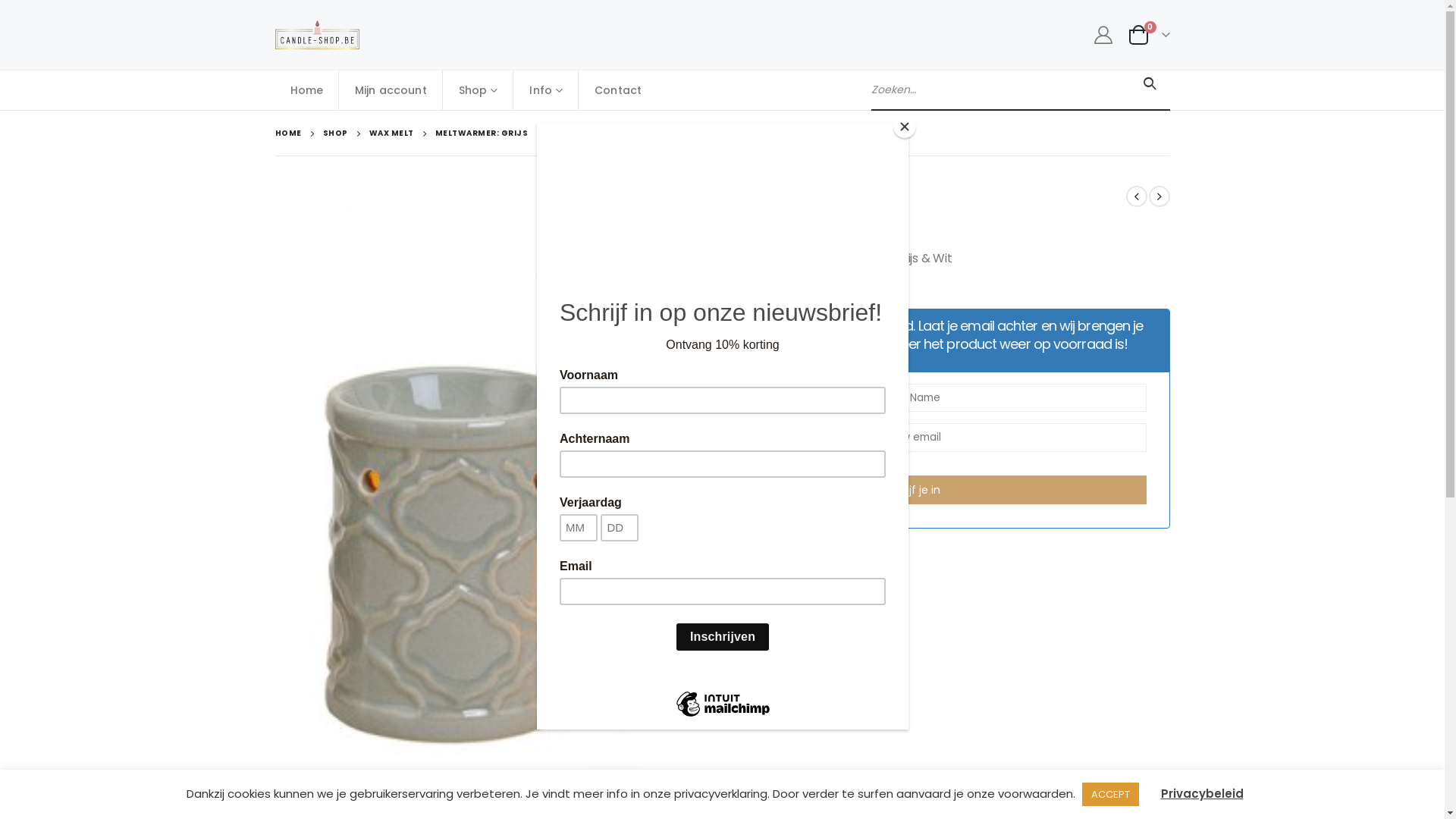 Image resolution: width=1456 pixels, height=819 pixels. Describe the element at coordinates (287, 133) in the screenshot. I see `'HOME'` at that location.